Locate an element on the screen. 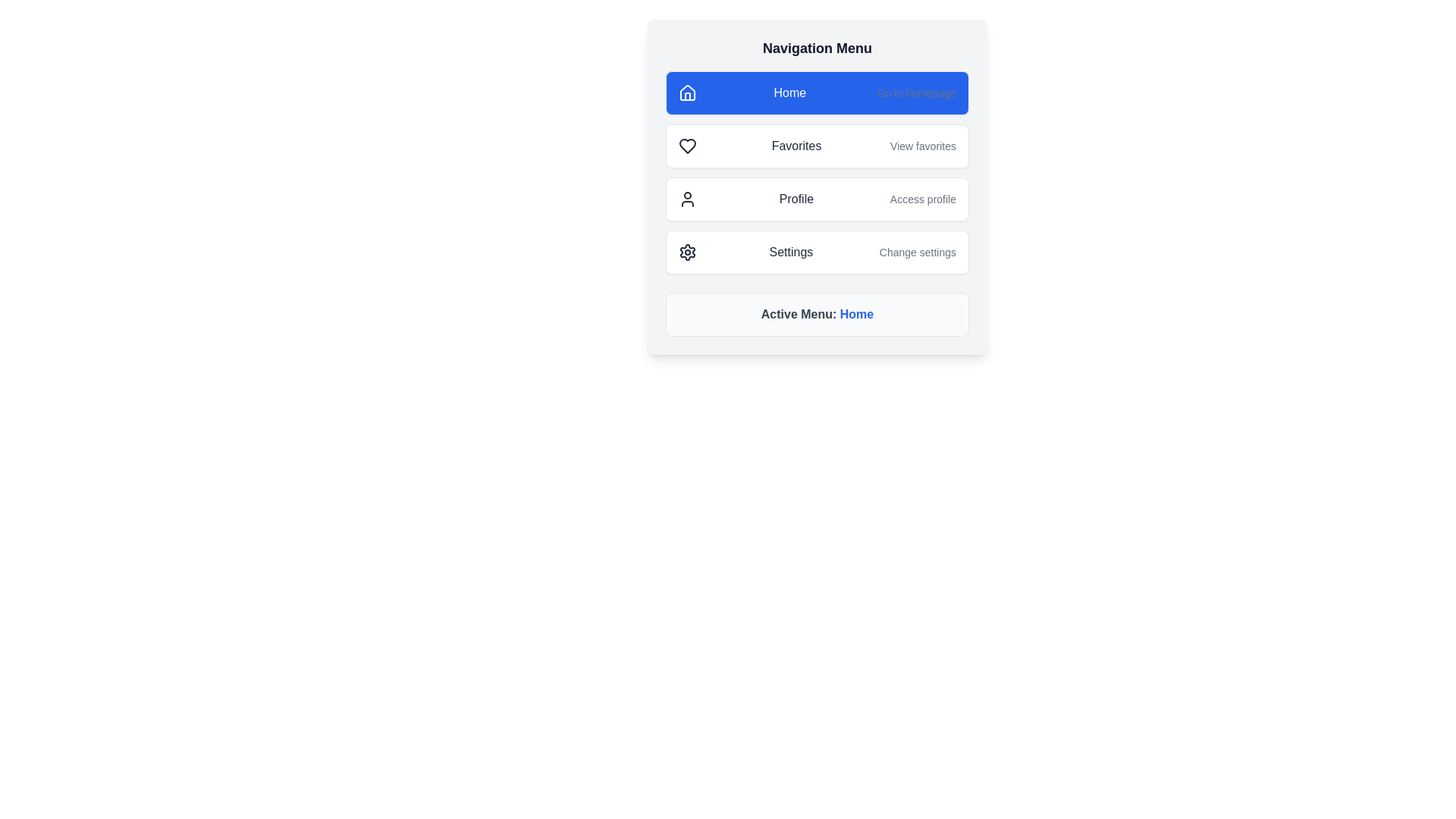 Image resolution: width=1456 pixels, height=819 pixels. the 'Profile' text label located in the third section of the vertical menu layout to associate it with nearby elements for navigation context is located at coordinates (795, 198).